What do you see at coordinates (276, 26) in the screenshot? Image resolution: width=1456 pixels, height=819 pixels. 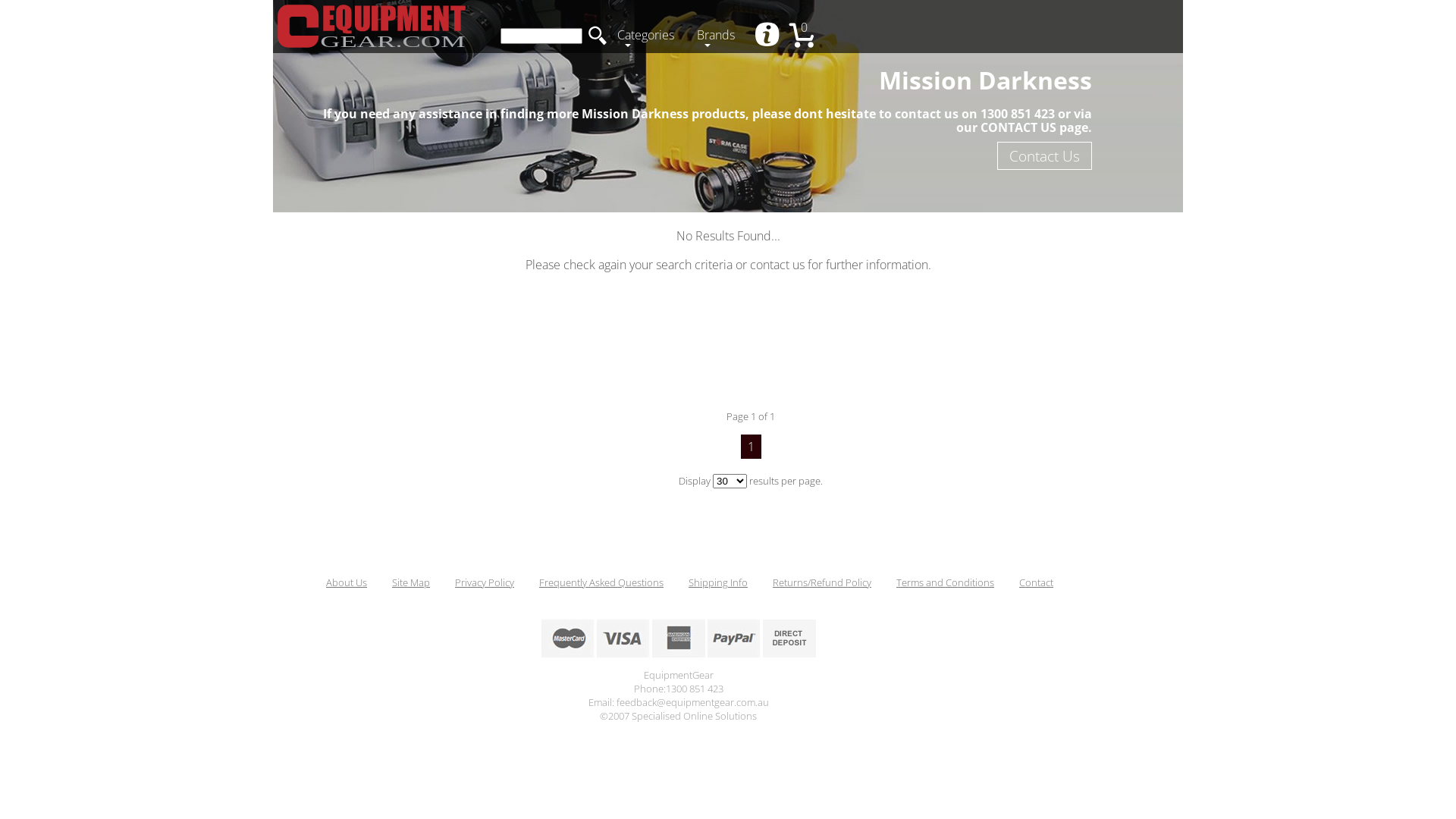 I see `'EquipmentGear'` at bounding box center [276, 26].